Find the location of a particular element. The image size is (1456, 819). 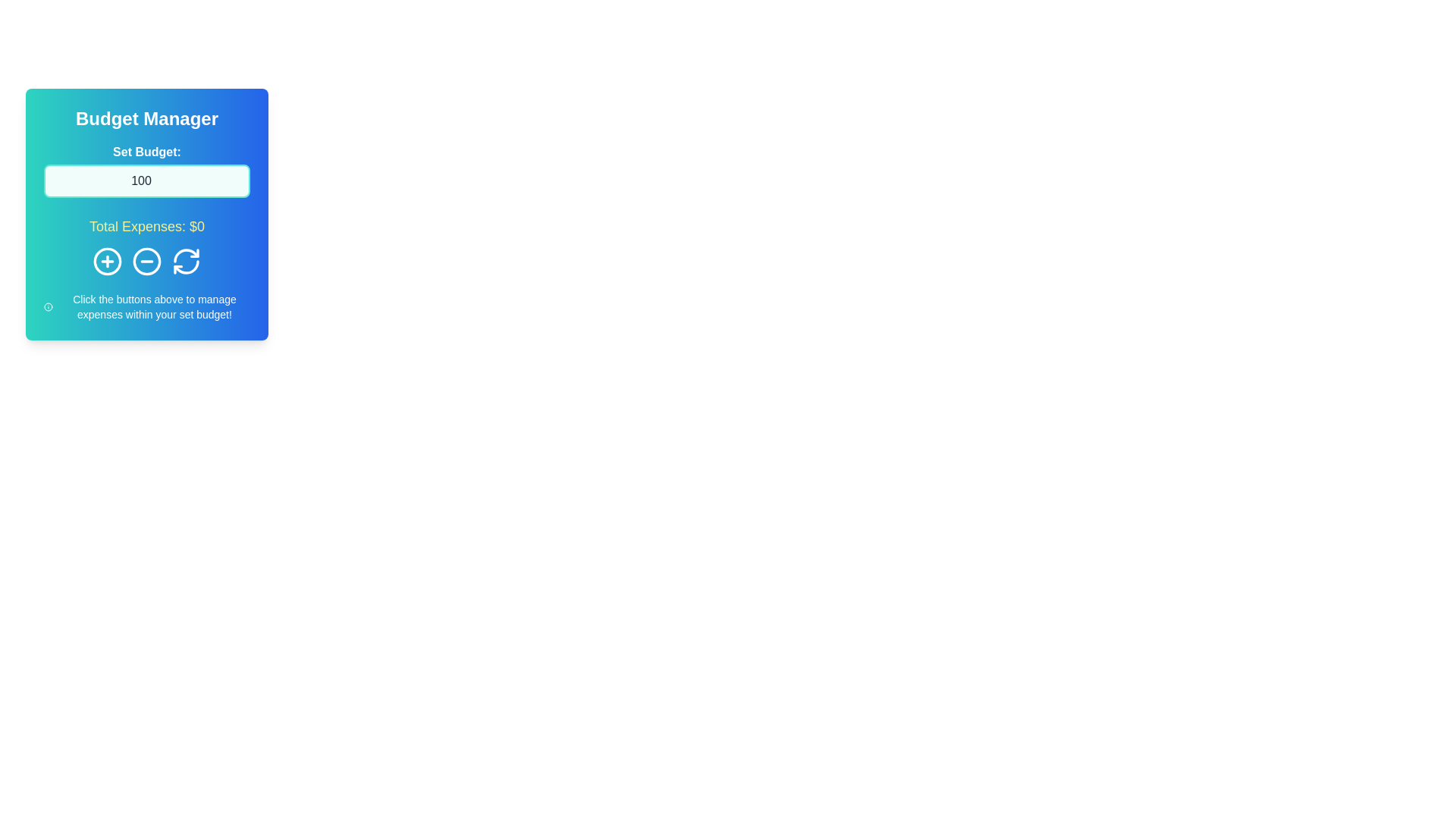

the text label that provides users with instructions related to the action buttons above it, located at the bottom of the layout block is located at coordinates (154, 307).